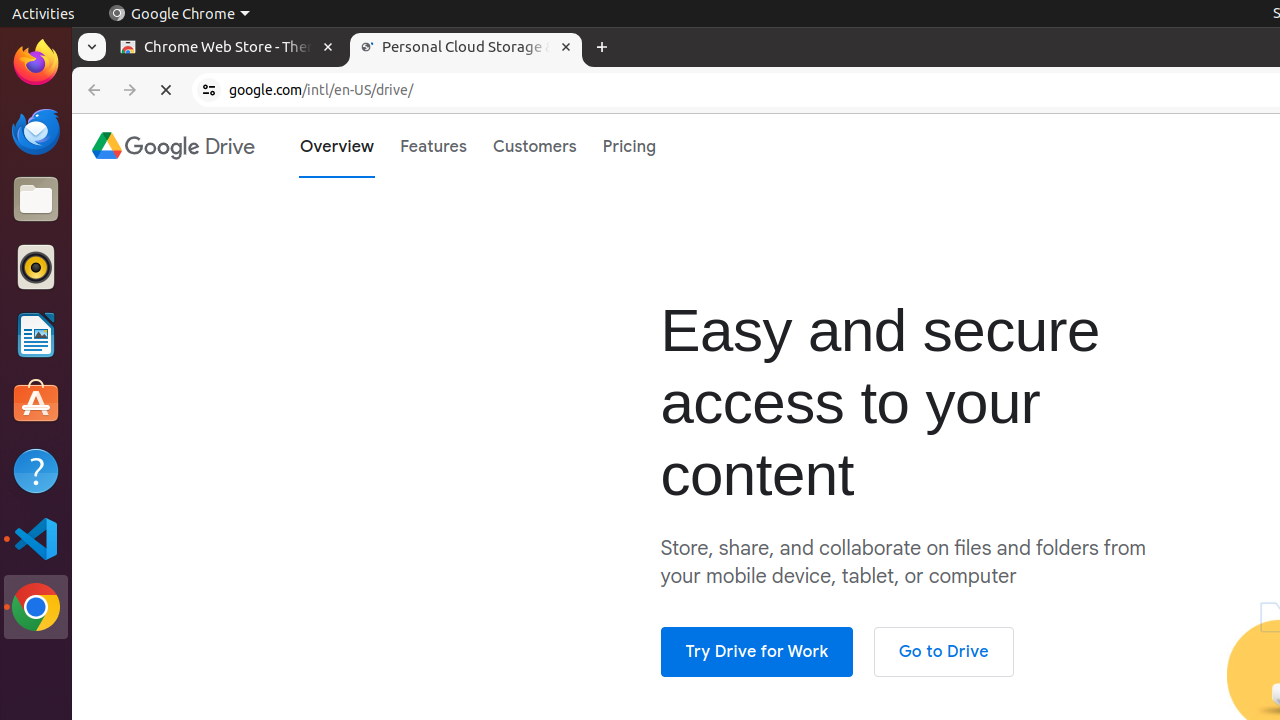 This screenshot has height=720, width=1280. Describe the element at coordinates (35, 130) in the screenshot. I see `'Thunderbird Mail'` at that location.